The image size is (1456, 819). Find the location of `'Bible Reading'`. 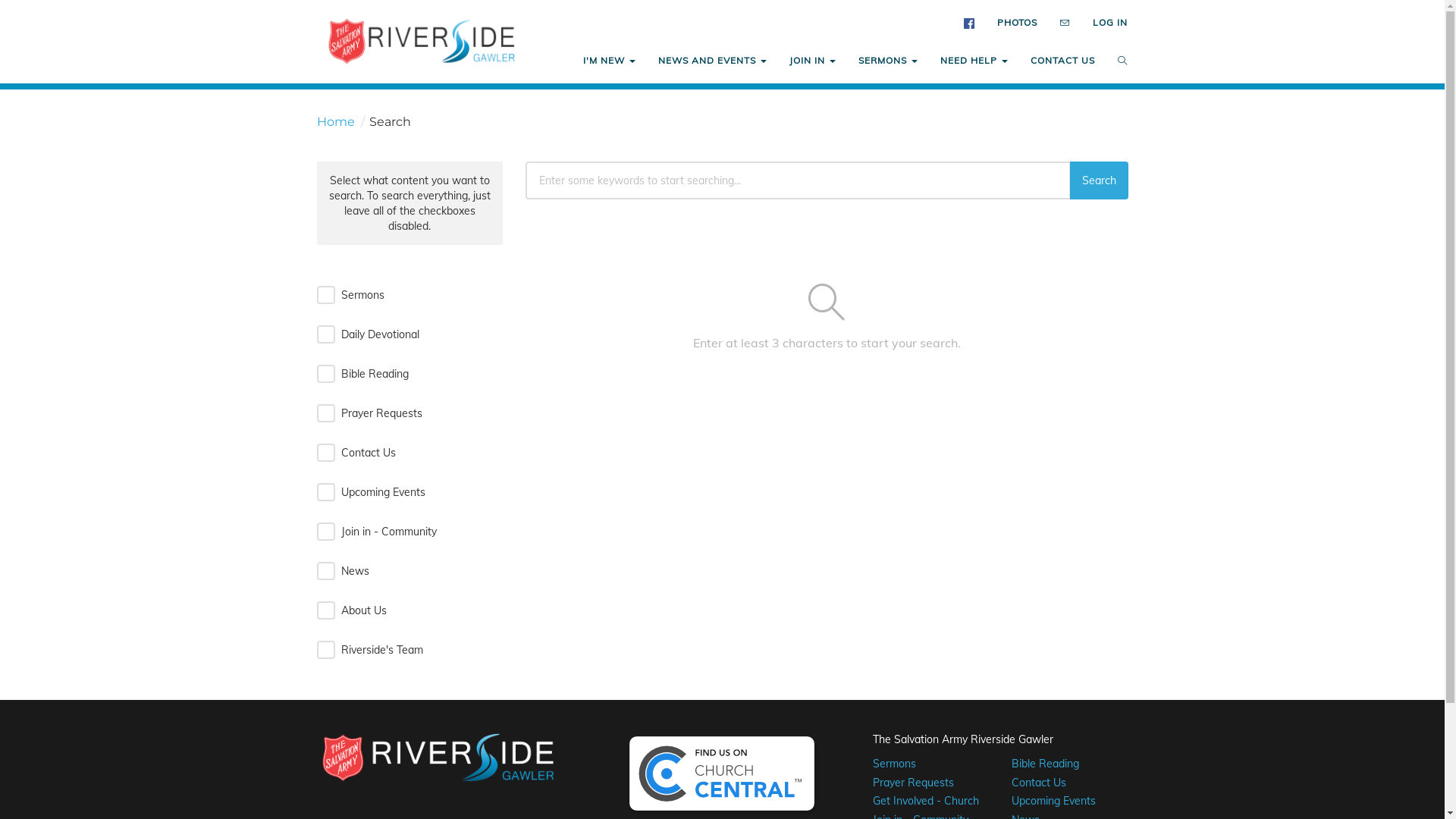

'Bible Reading' is located at coordinates (1044, 763).